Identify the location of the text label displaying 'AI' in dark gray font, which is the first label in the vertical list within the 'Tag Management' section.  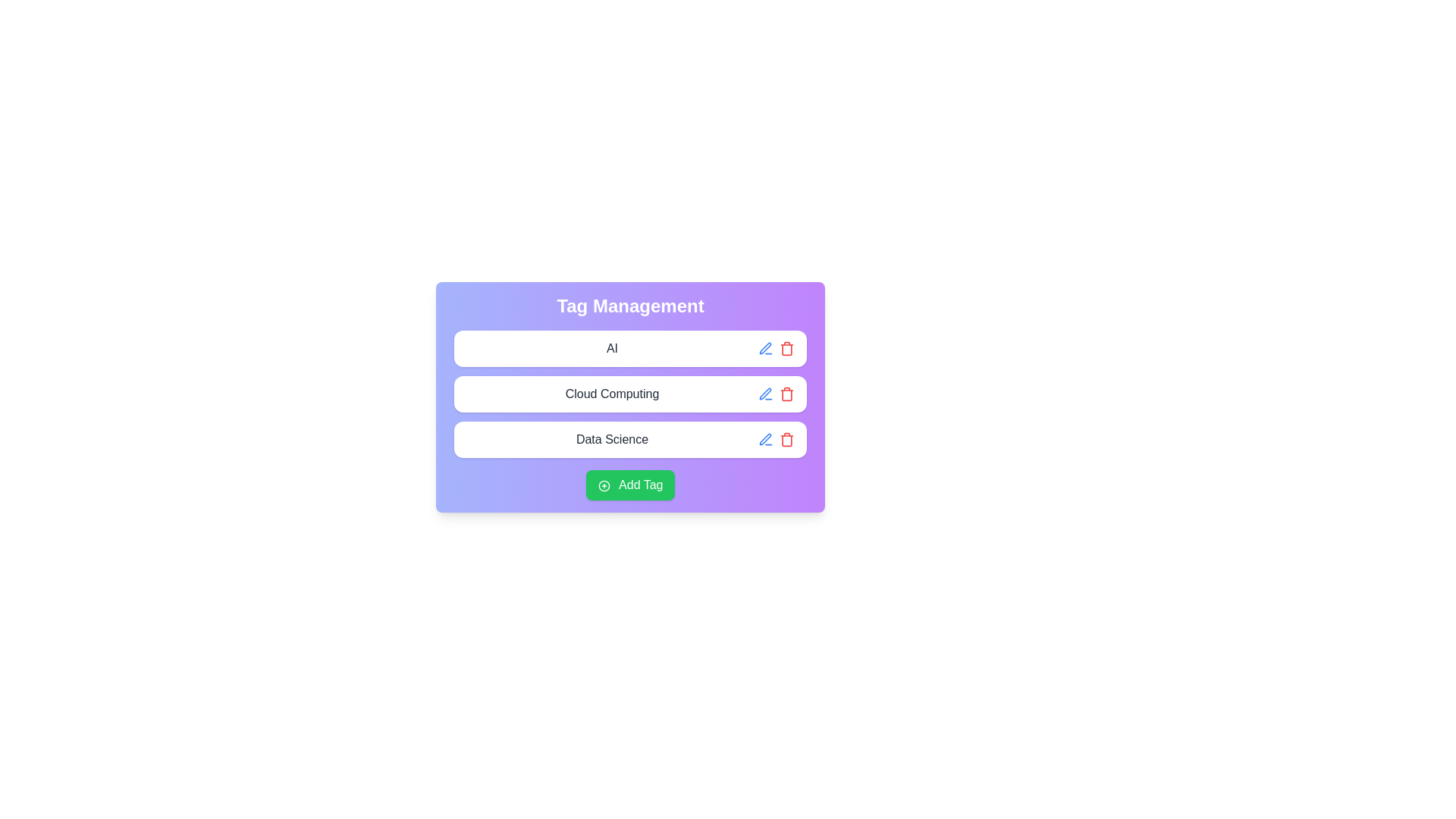
(612, 348).